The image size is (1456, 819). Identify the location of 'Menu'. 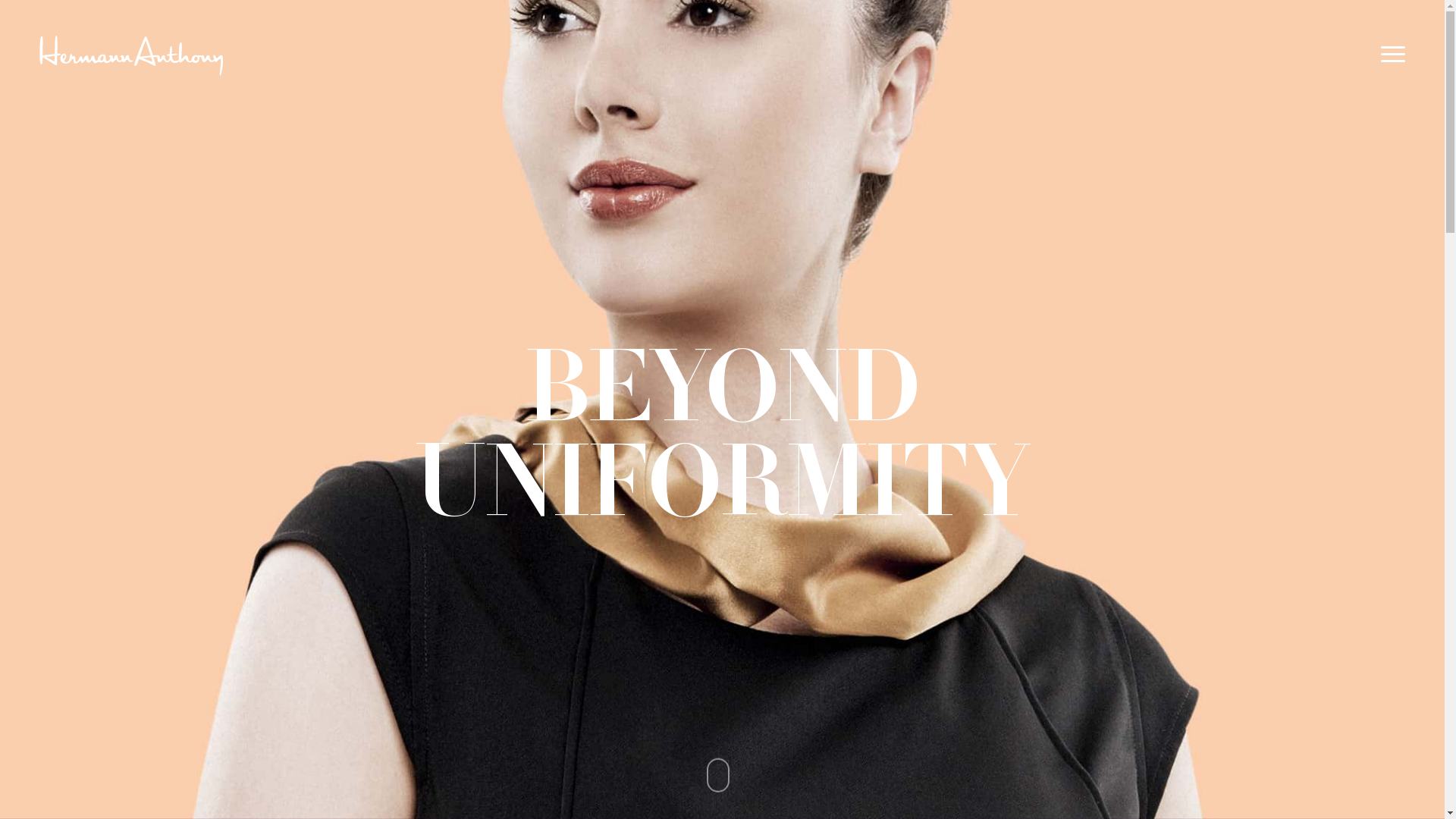
(1394, 54).